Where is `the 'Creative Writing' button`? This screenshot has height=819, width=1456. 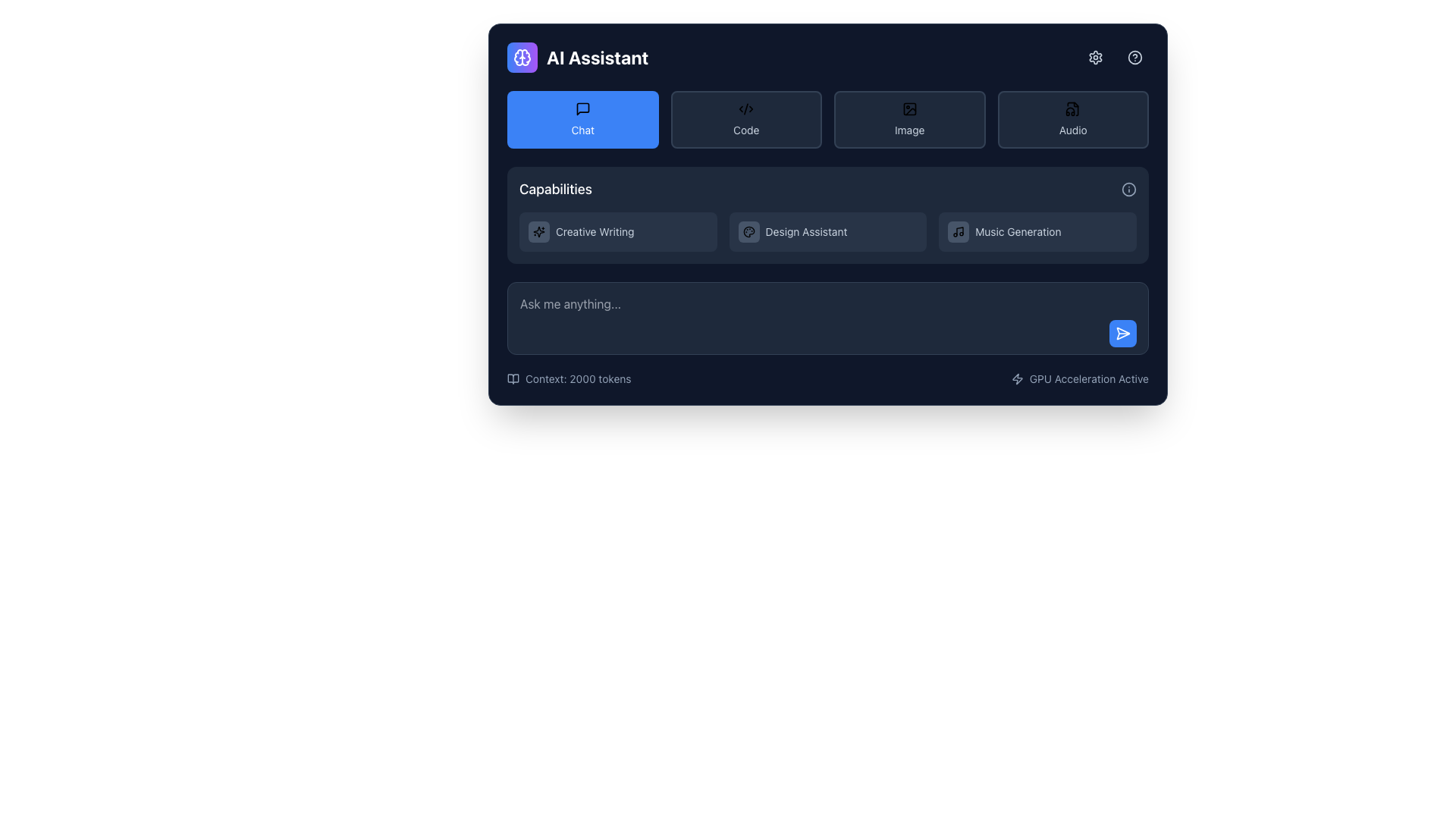 the 'Creative Writing' button is located at coordinates (618, 231).